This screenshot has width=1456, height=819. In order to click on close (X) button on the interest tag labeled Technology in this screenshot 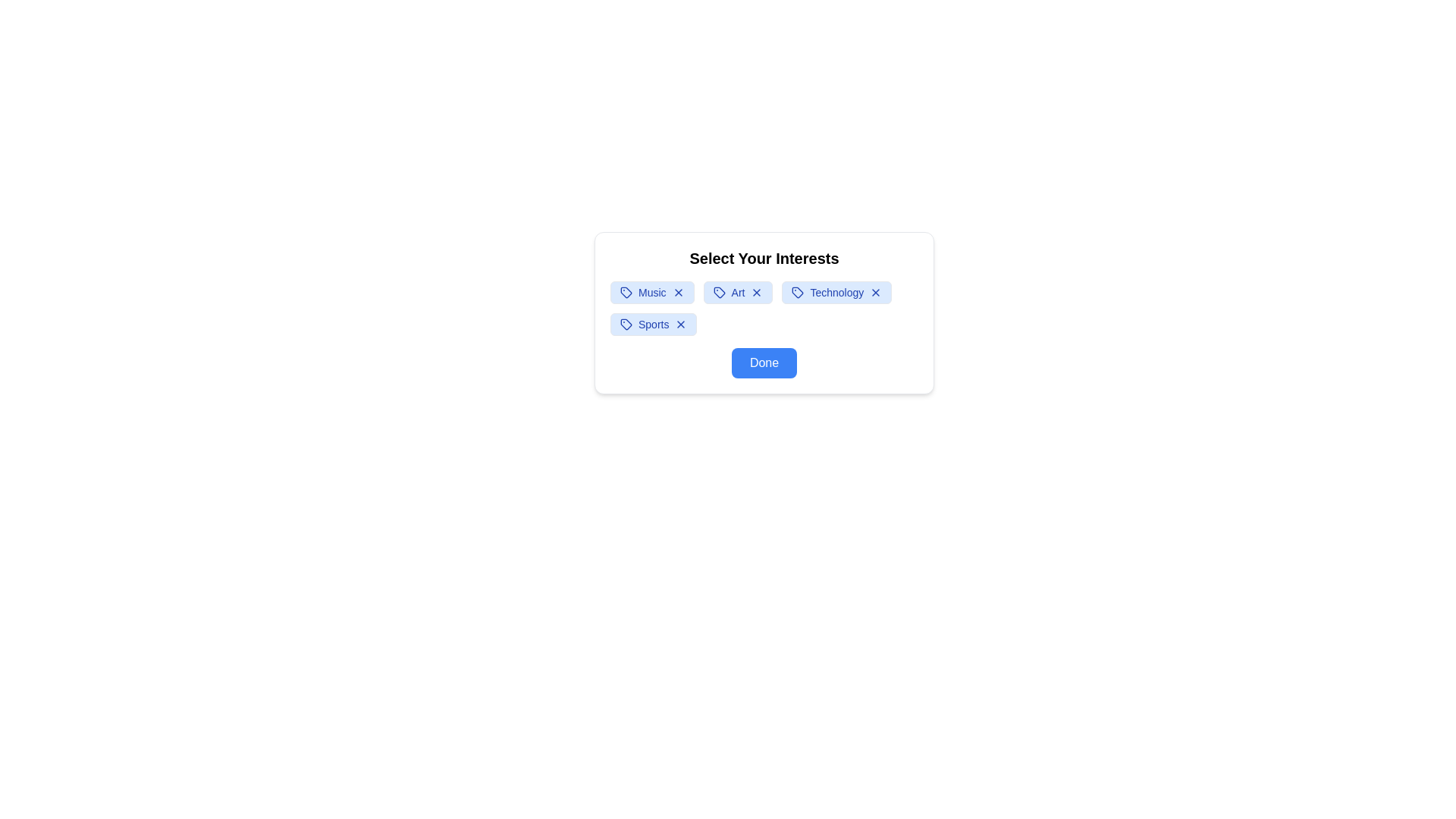, I will do `click(876, 292)`.